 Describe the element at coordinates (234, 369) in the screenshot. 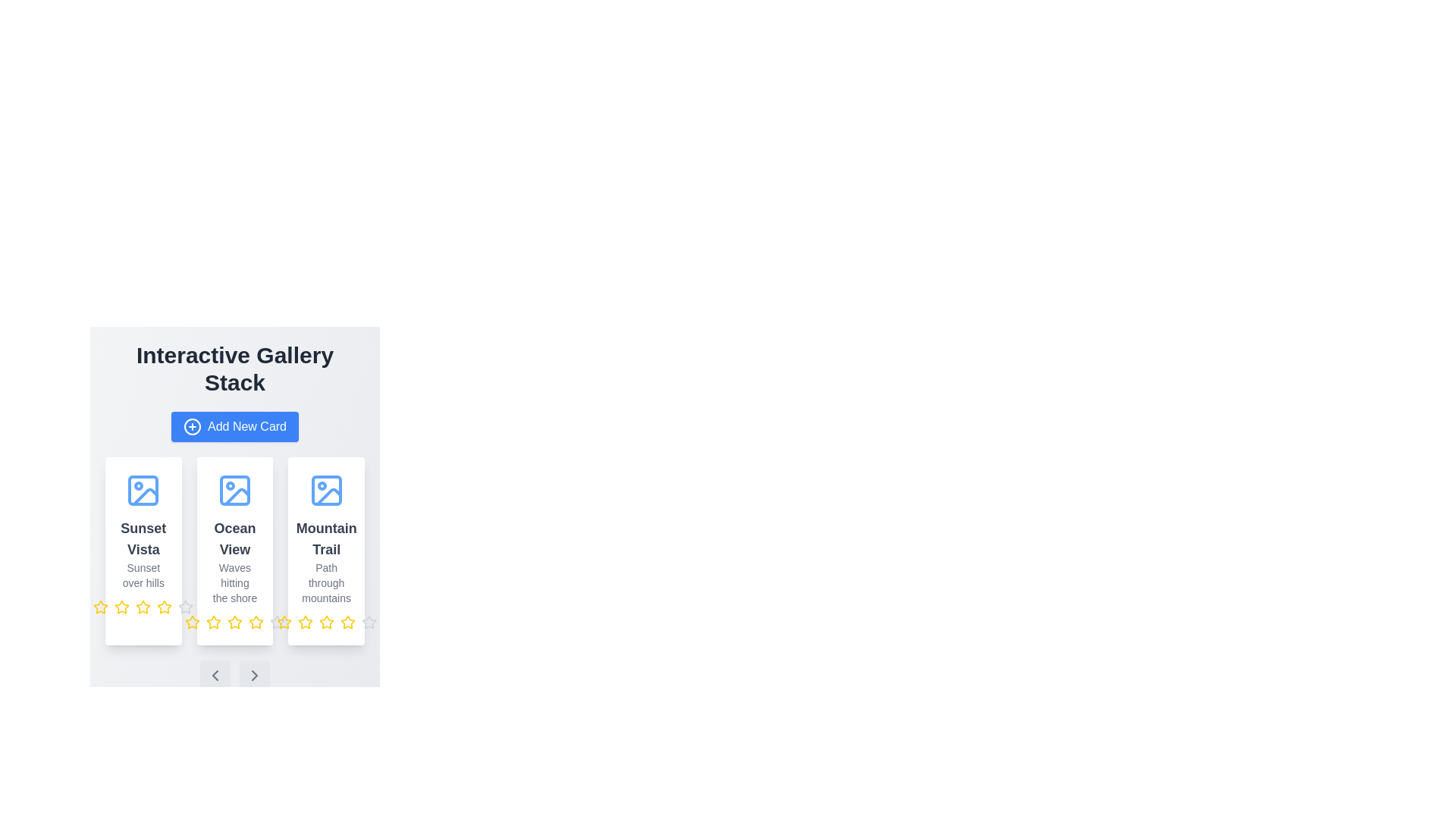

I see `title text located at the top of the interactive gallery stack, which precedes the blue button labeled 'Add New Card'` at that location.